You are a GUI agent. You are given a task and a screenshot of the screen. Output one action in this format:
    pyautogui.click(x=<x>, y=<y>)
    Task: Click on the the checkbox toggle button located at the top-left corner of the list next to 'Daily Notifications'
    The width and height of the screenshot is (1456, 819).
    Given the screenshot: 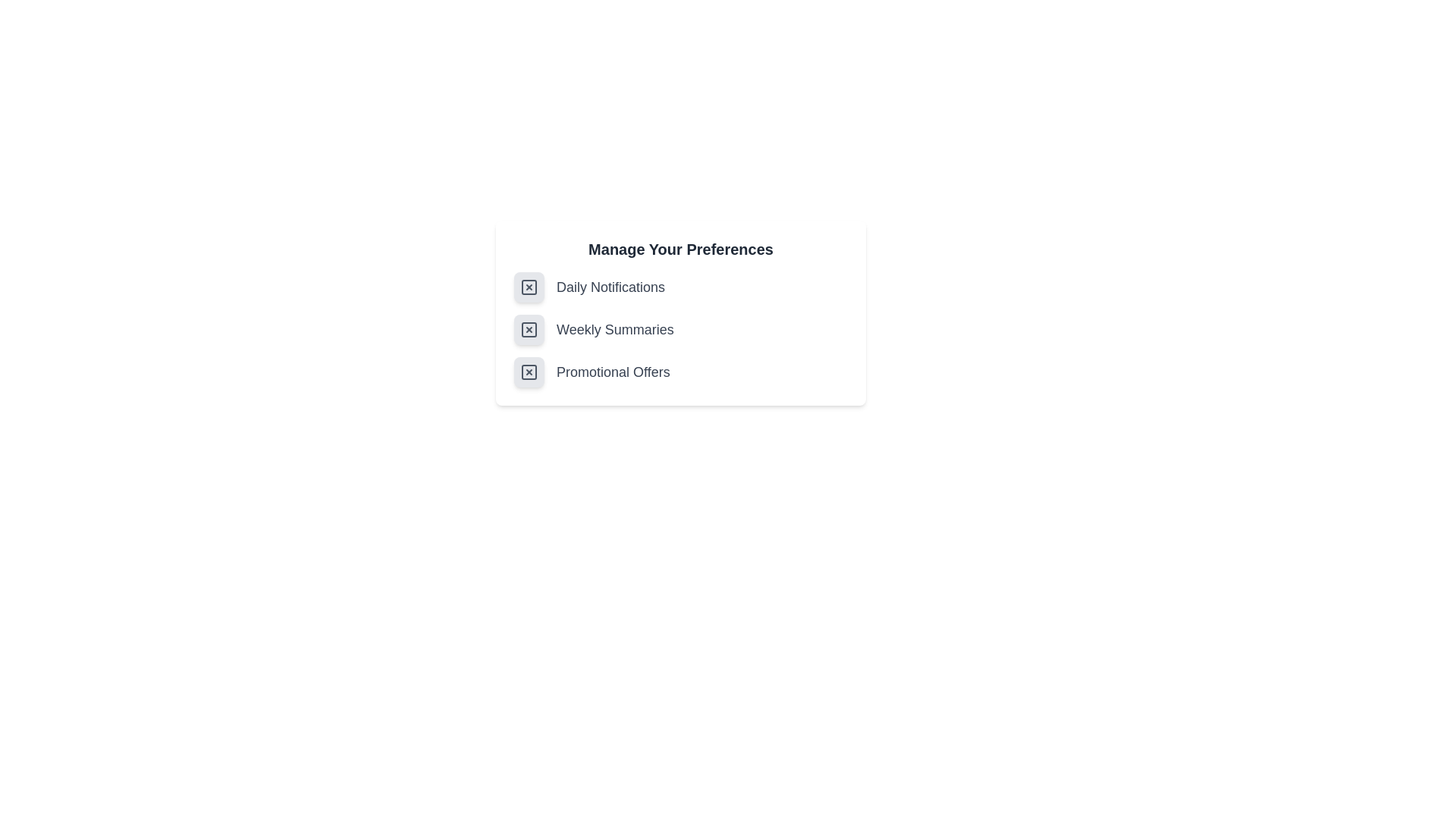 What is the action you would take?
    pyautogui.click(x=529, y=287)
    